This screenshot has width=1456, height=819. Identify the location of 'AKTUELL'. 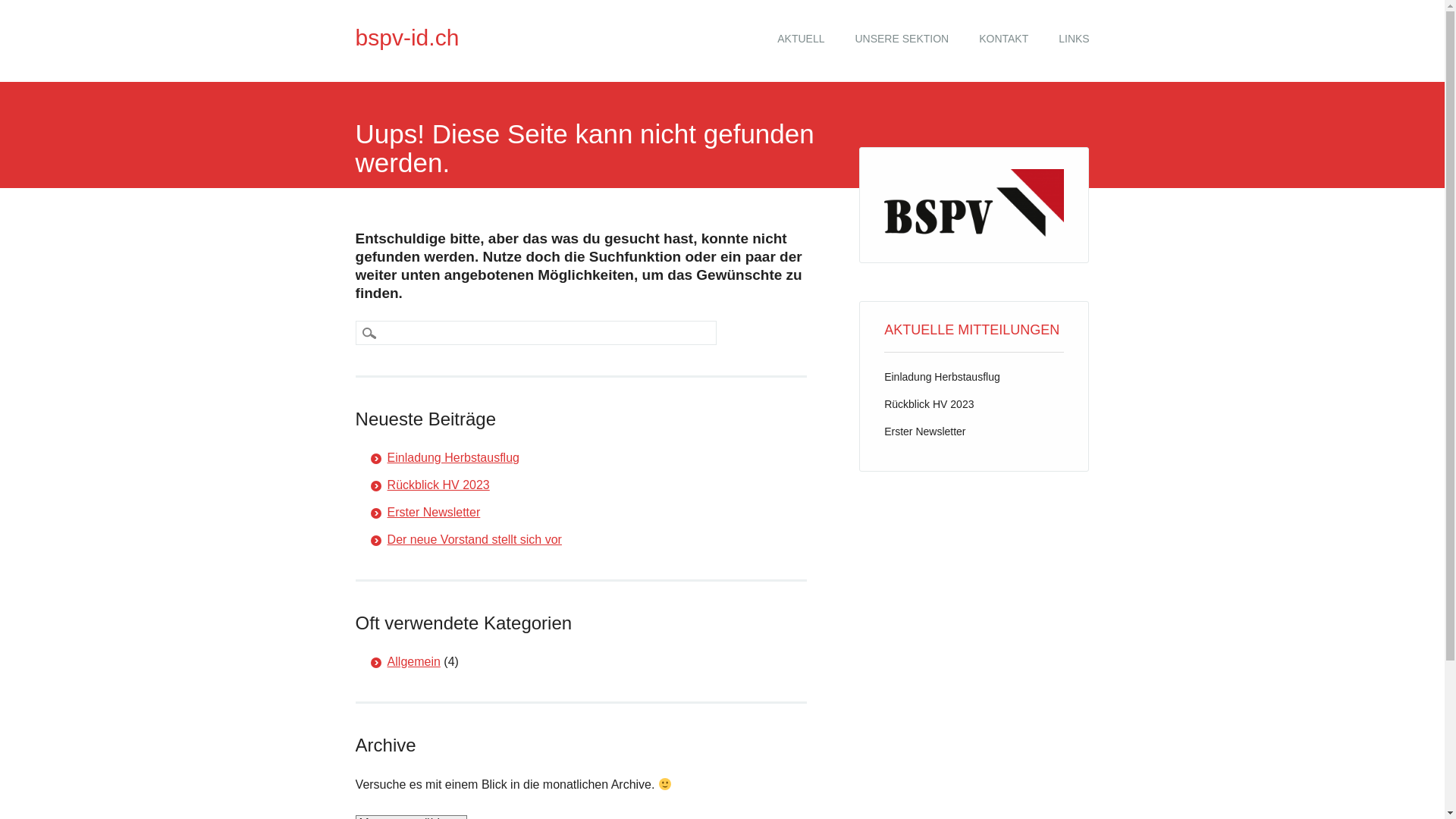
(800, 37).